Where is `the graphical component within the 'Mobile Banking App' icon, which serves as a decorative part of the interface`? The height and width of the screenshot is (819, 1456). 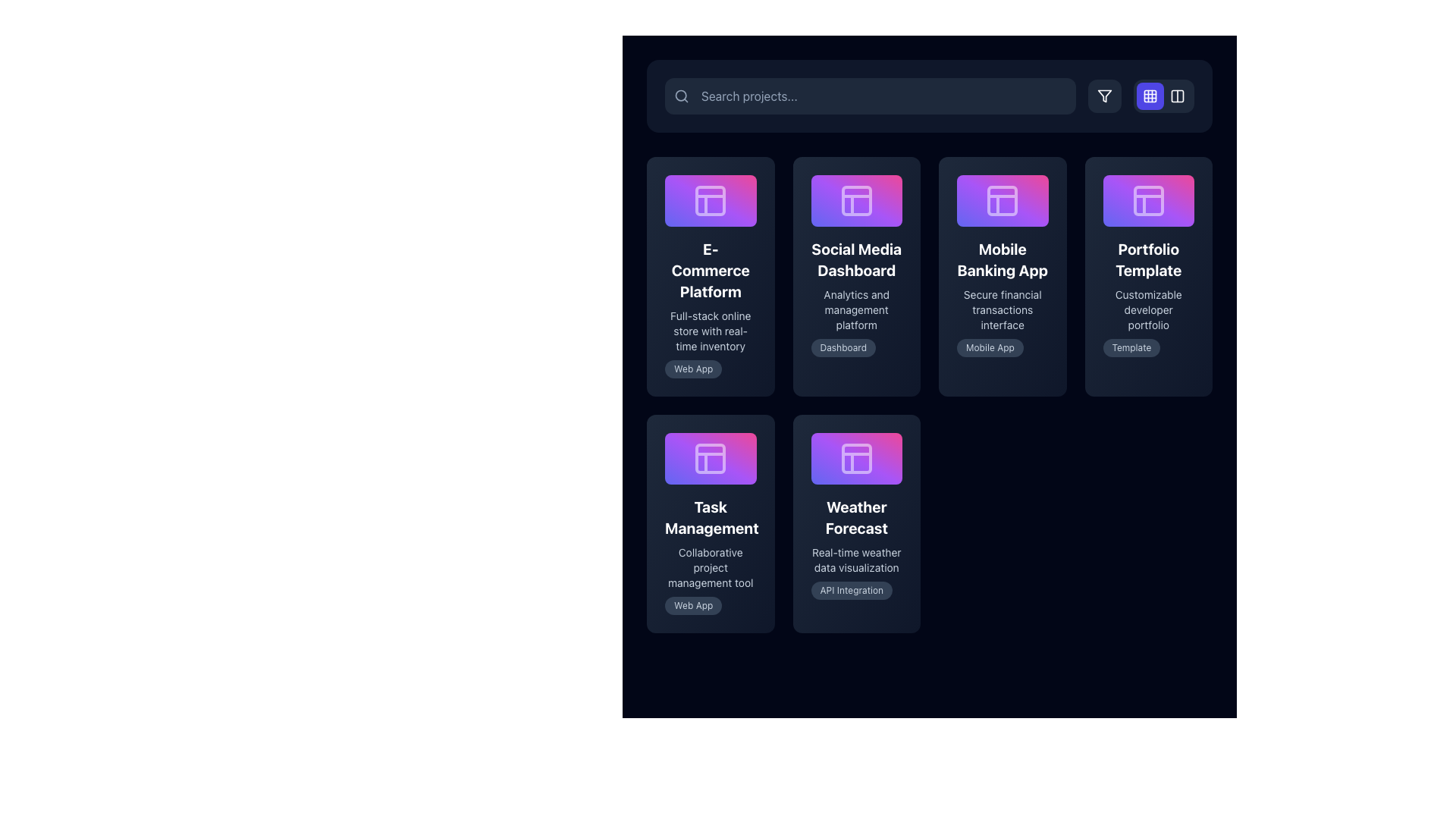 the graphical component within the 'Mobile Banking App' icon, which serves as a decorative part of the interface is located at coordinates (1003, 199).